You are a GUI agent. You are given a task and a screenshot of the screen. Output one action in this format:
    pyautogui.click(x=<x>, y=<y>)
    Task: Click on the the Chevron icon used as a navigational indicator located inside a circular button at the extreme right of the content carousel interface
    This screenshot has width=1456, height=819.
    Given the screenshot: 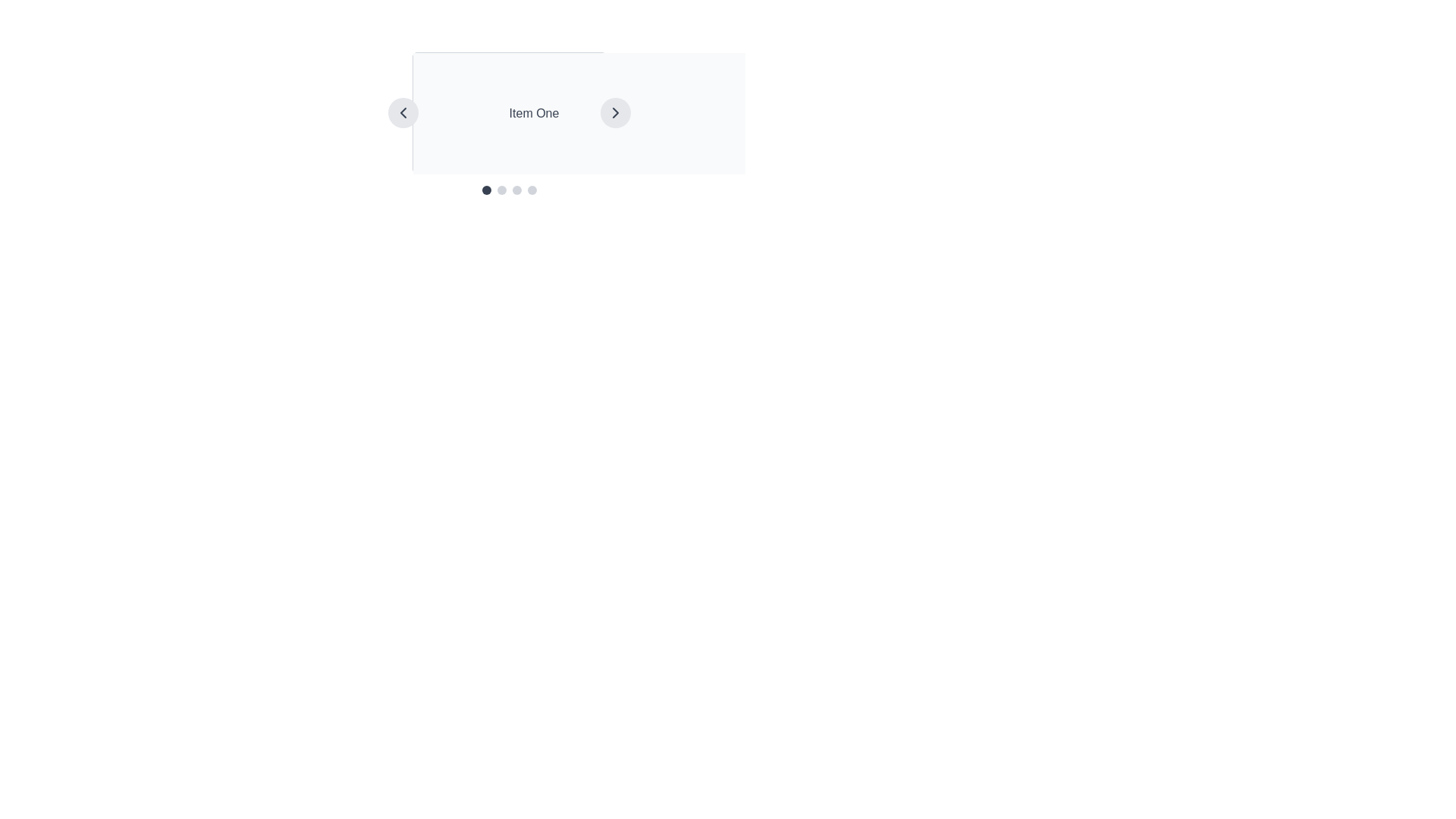 What is the action you would take?
    pyautogui.click(x=615, y=112)
    